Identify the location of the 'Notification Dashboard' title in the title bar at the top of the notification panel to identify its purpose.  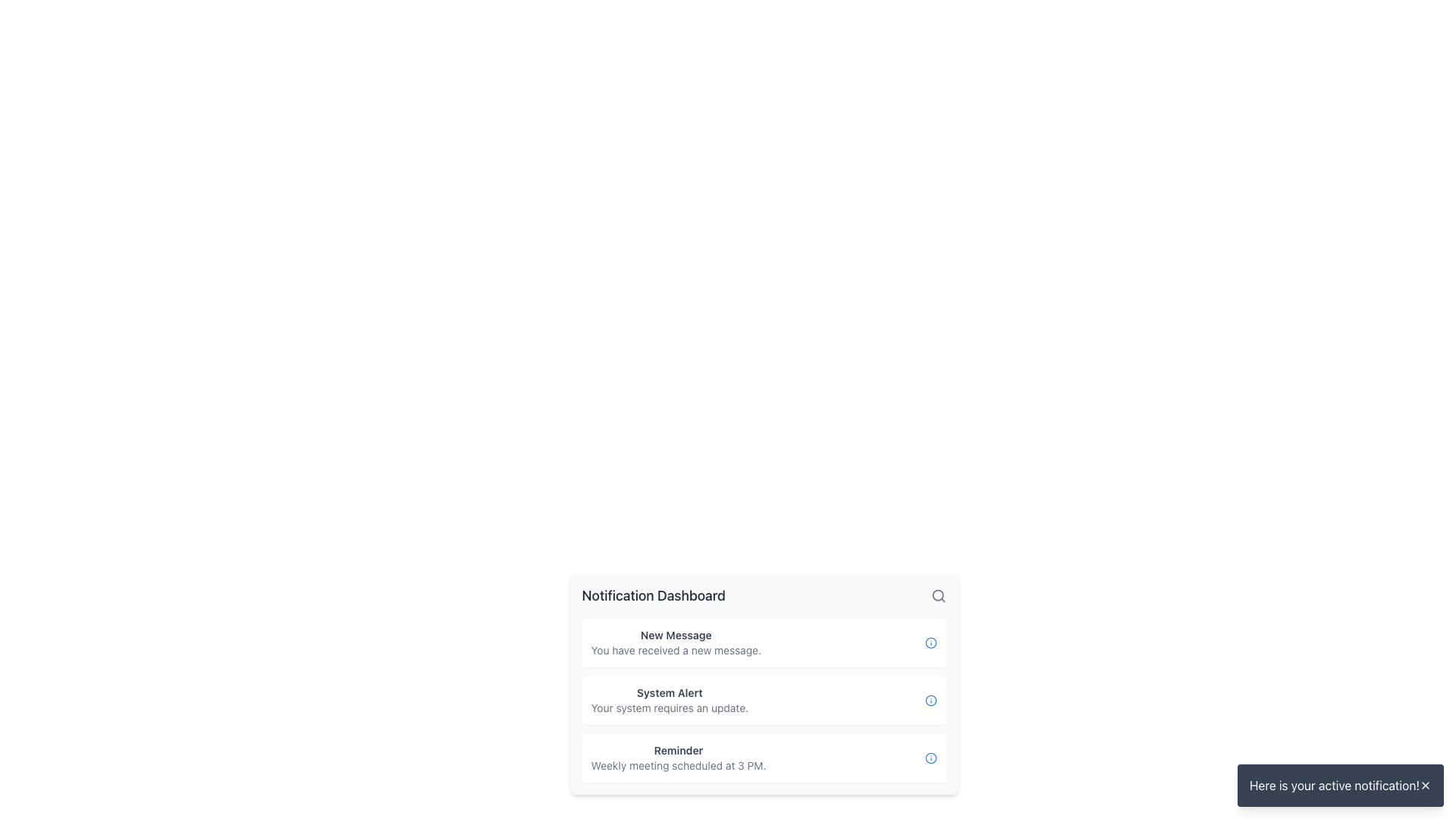
(764, 595).